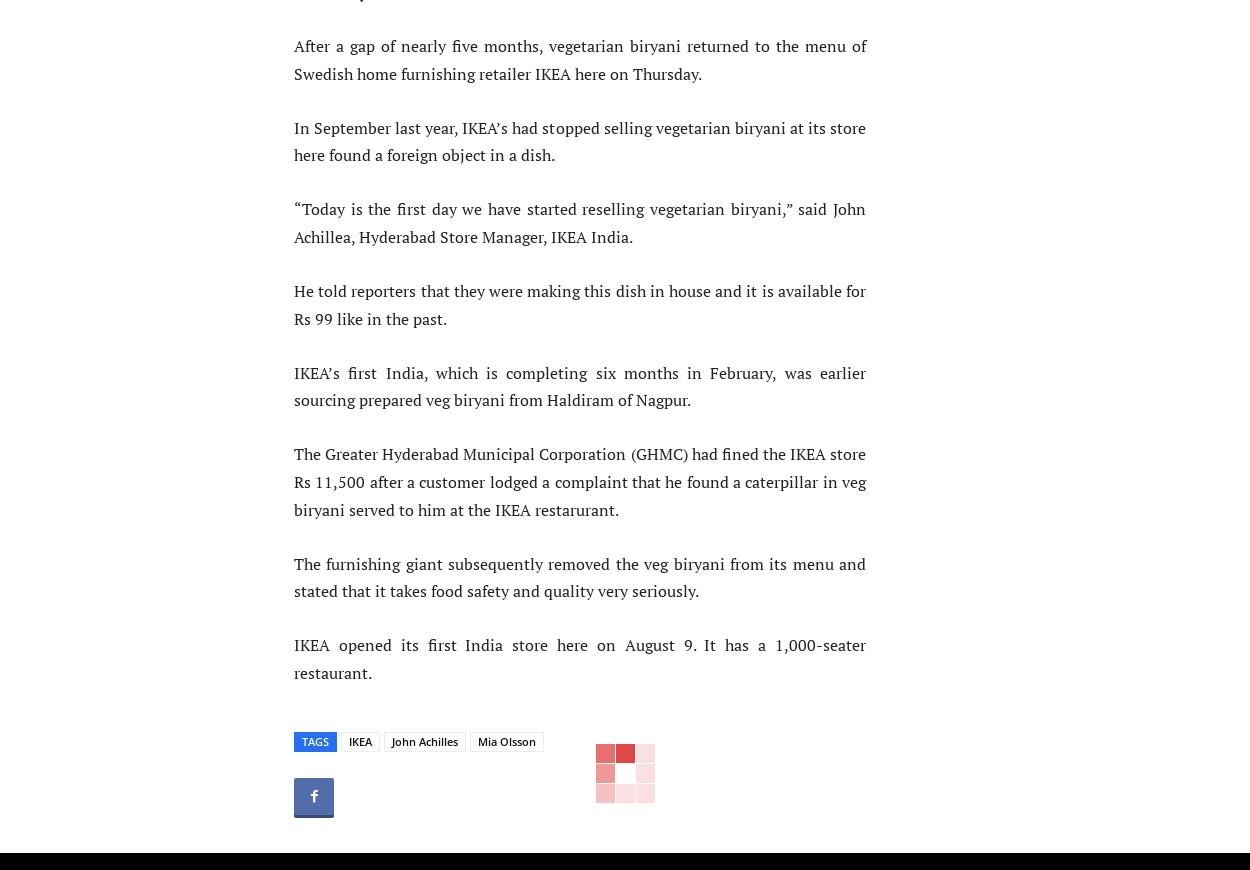 This screenshot has height=870, width=1250. Describe the element at coordinates (507, 740) in the screenshot. I see `'Mia Olsson'` at that location.